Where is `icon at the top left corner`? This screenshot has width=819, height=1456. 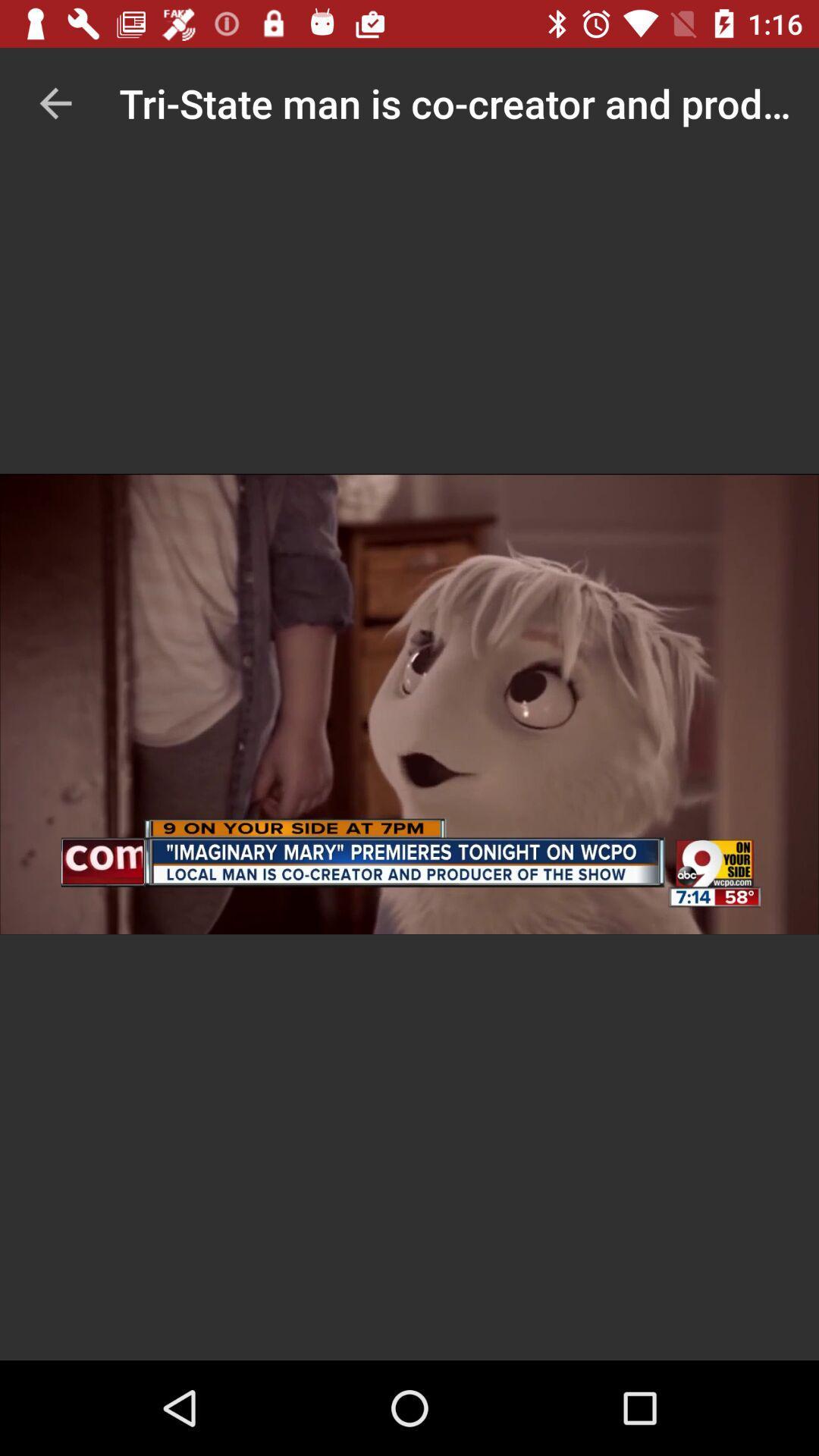
icon at the top left corner is located at coordinates (55, 102).